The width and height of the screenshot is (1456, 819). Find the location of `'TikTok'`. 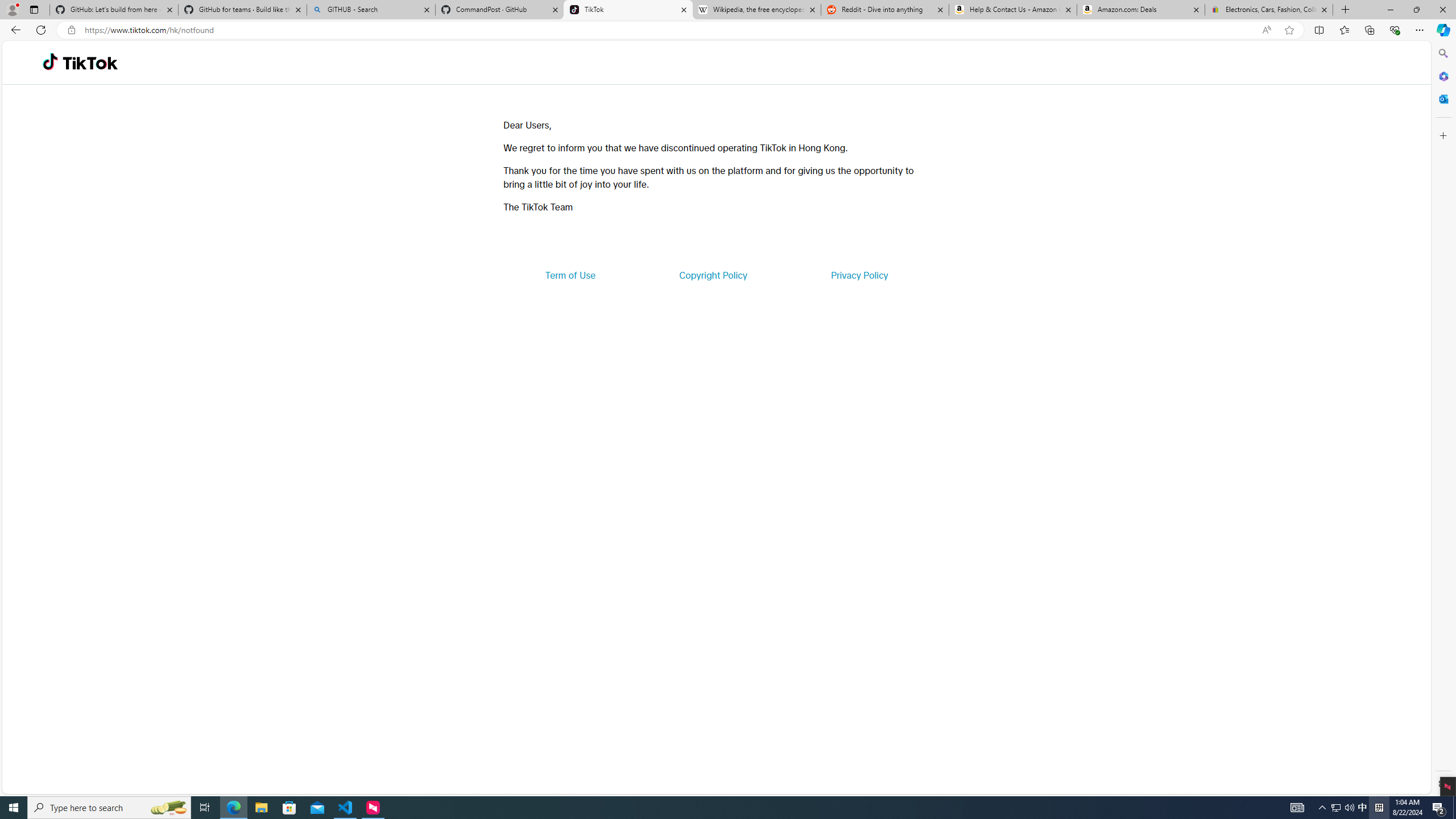

'TikTok' is located at coordinates (90, 63).